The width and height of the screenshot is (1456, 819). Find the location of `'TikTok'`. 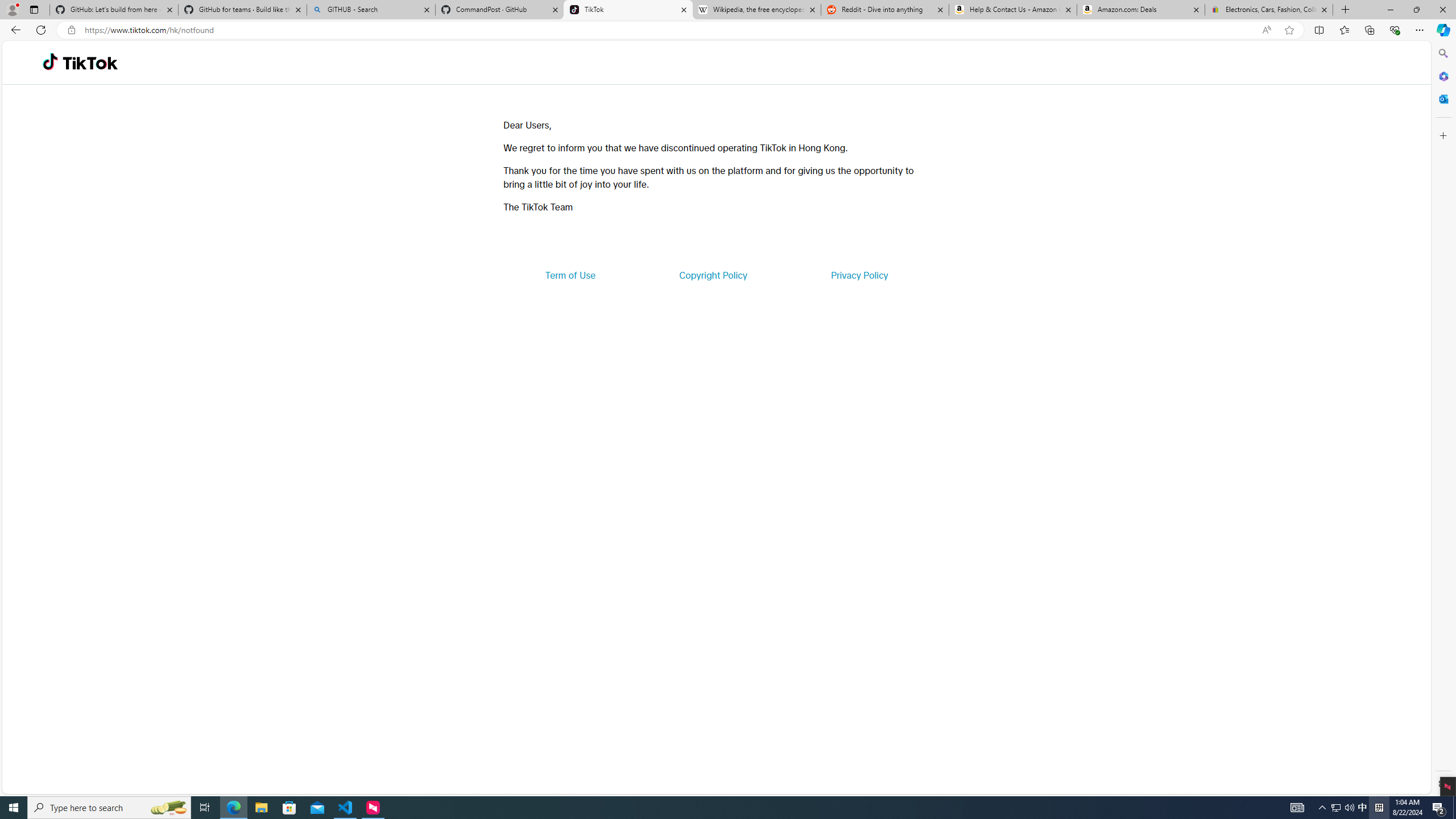

'TikTok' is located at coordinates (90, 63).